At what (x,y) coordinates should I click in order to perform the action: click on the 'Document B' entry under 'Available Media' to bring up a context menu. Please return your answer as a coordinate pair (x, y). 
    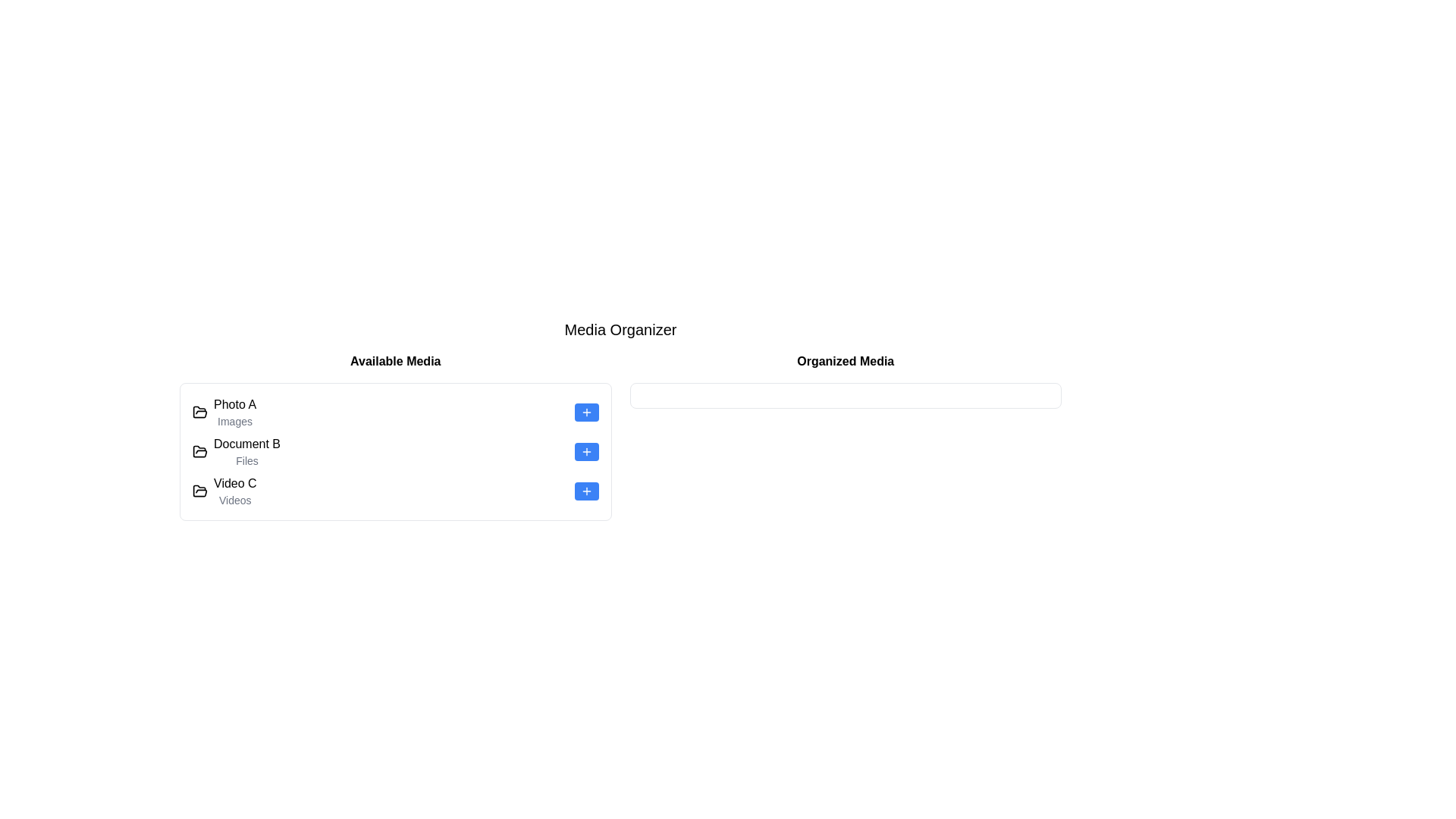
    Looking at the image, I should click on (395, 436).